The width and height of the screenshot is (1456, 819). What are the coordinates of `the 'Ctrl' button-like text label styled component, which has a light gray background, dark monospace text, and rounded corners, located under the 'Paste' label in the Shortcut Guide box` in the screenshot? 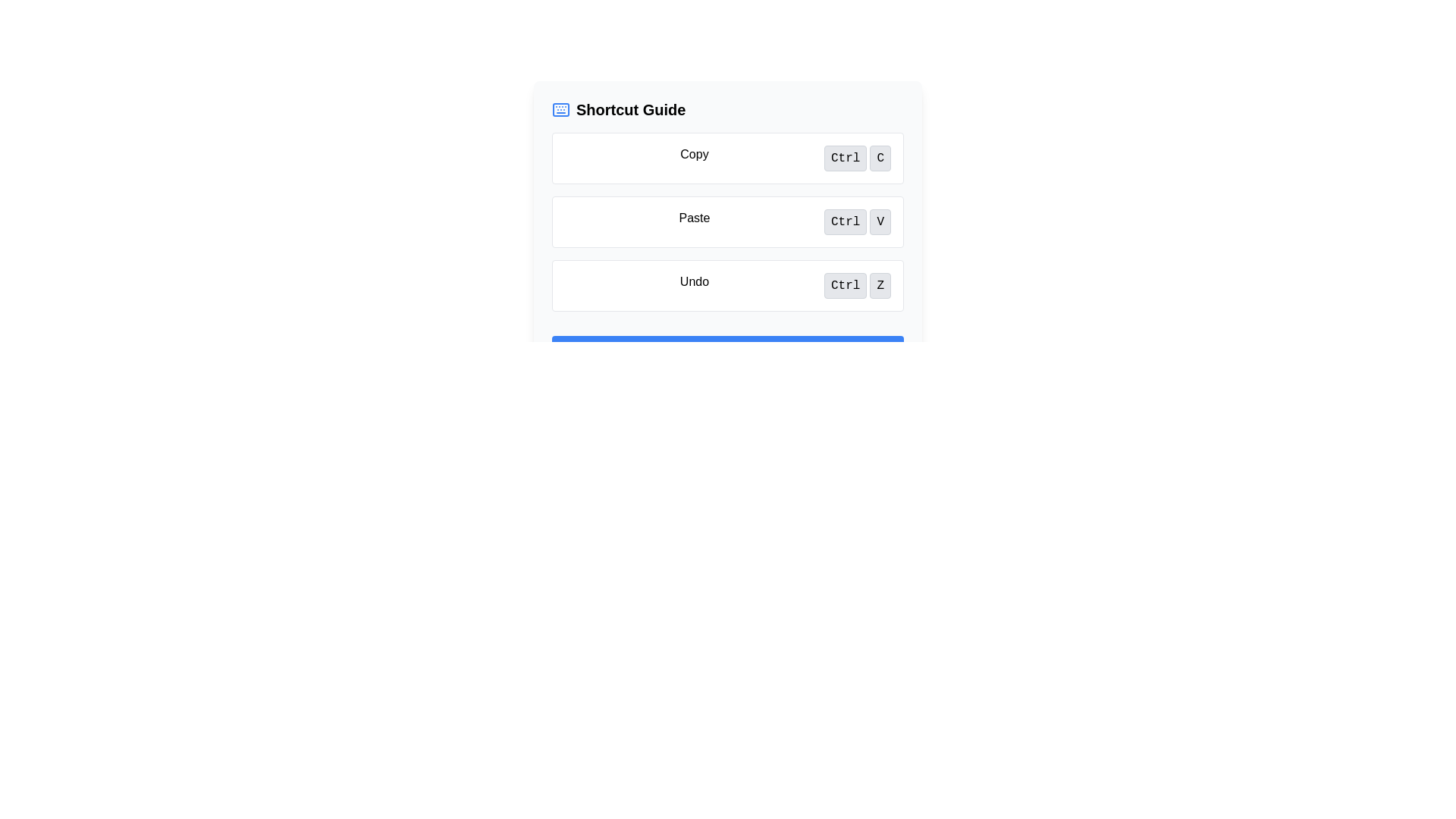 It's located at (845, 222).